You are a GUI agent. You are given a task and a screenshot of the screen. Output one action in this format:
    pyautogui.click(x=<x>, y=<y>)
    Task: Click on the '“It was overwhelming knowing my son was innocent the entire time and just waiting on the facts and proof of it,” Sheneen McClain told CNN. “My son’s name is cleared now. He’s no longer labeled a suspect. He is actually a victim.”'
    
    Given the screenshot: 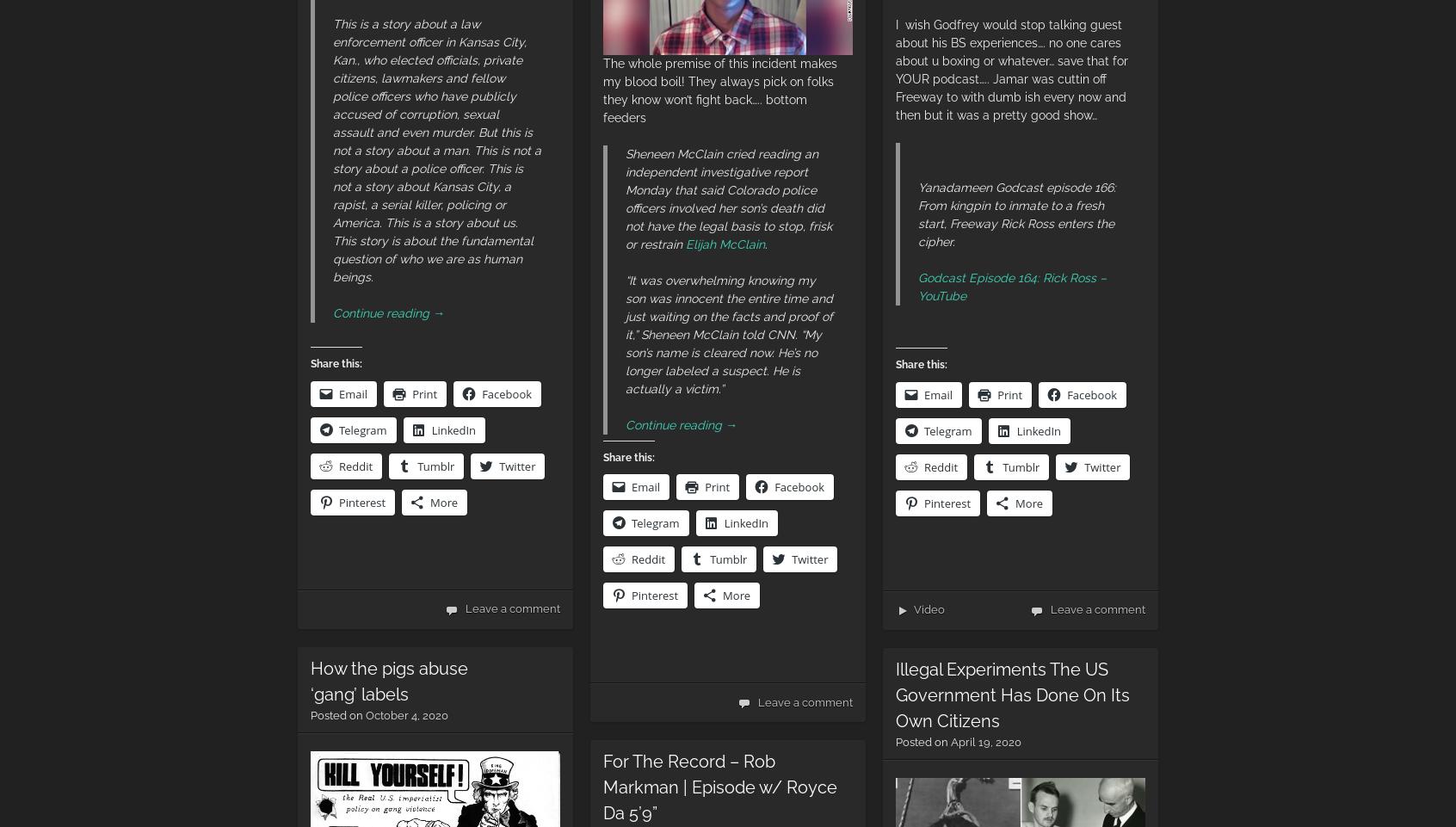 What is the action you would take?
    pyautogui.click(x=728, y=335)
    